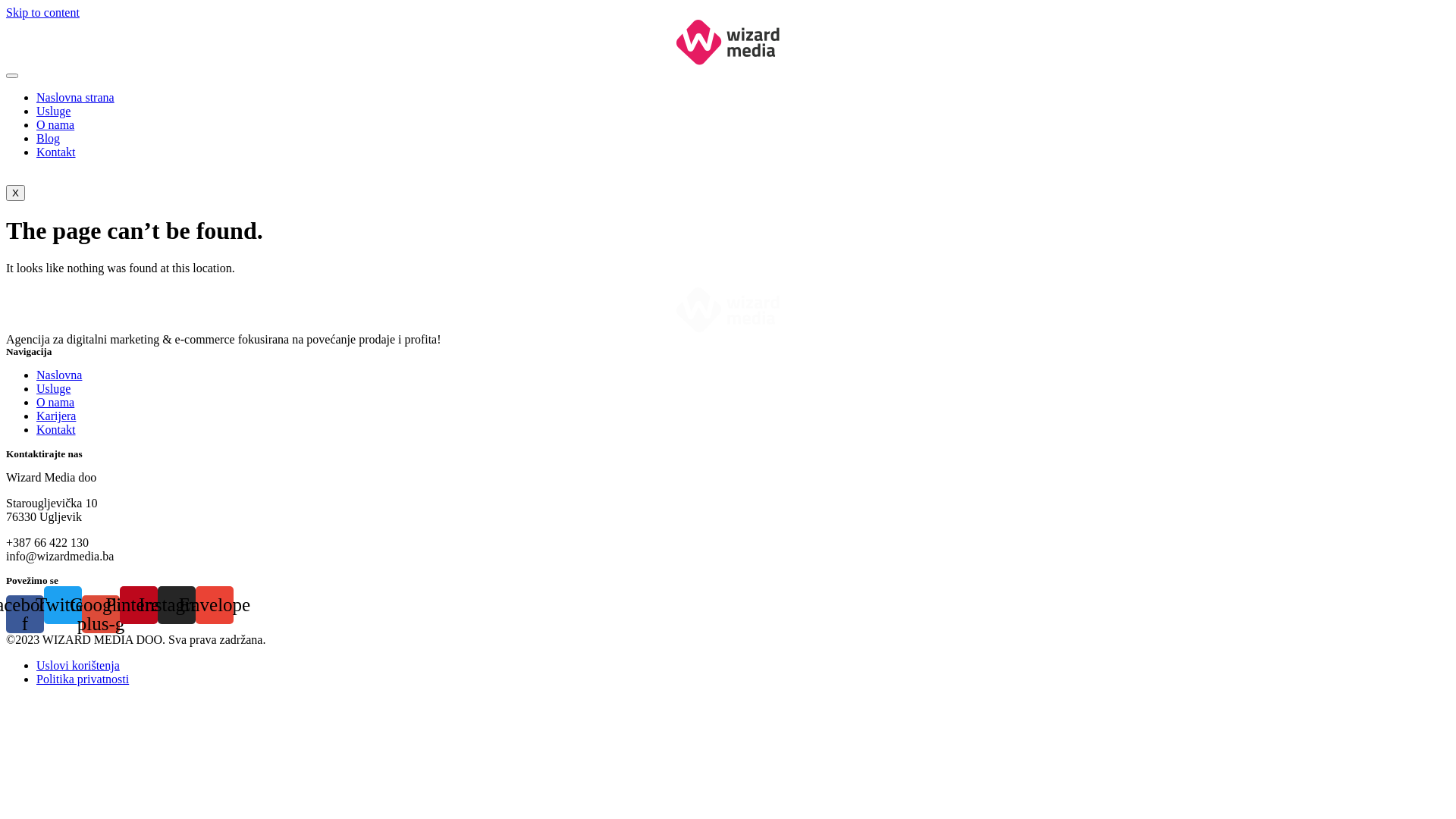  What do you see at coordinates (138, 604) in the screenshot?
I see `'Pinterest'` at bounding box center [138, 604].